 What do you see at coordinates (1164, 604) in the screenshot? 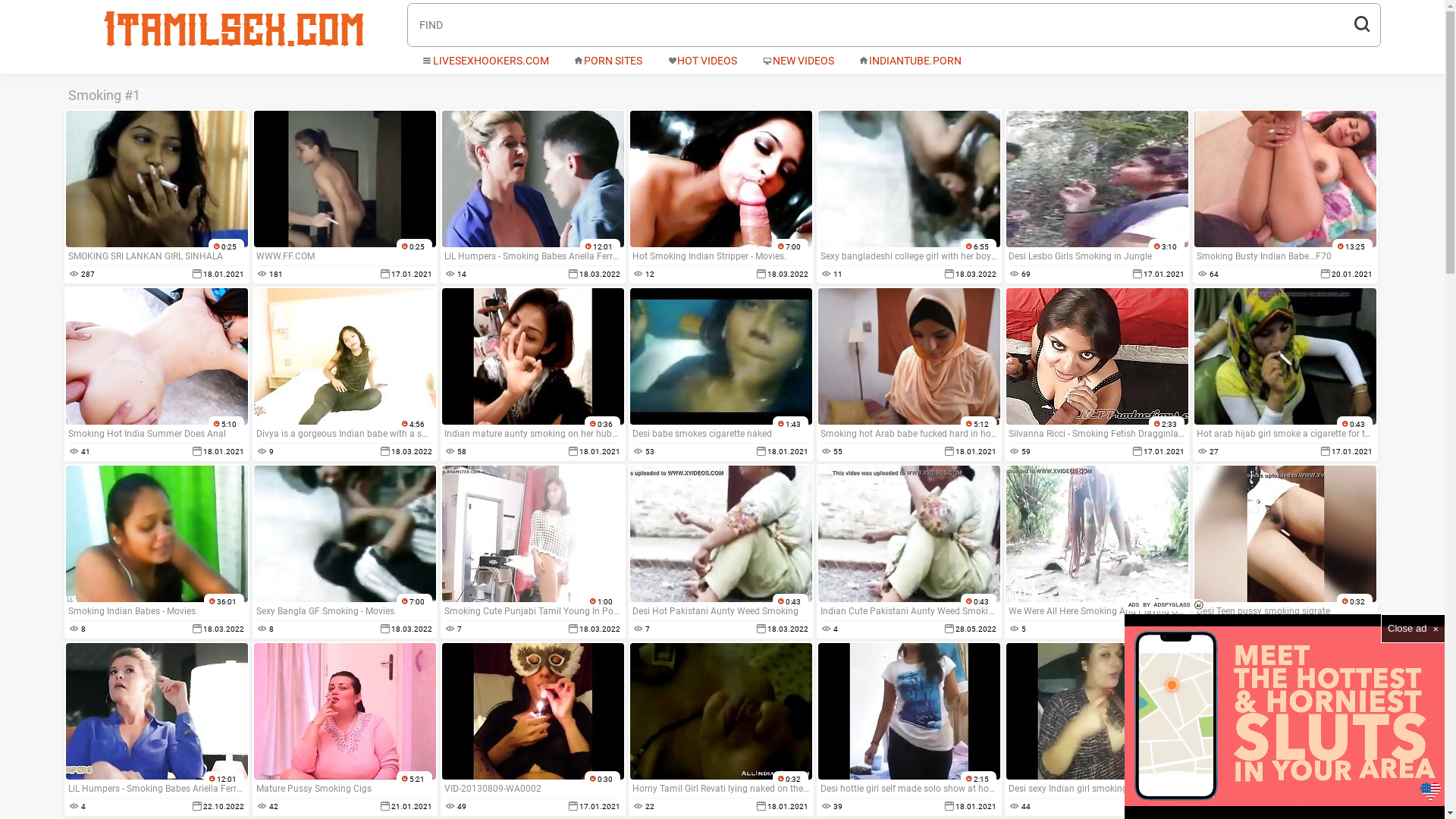
I see `'ADS BY ADSPYGLASS'` at bounding box center [1164, 604].